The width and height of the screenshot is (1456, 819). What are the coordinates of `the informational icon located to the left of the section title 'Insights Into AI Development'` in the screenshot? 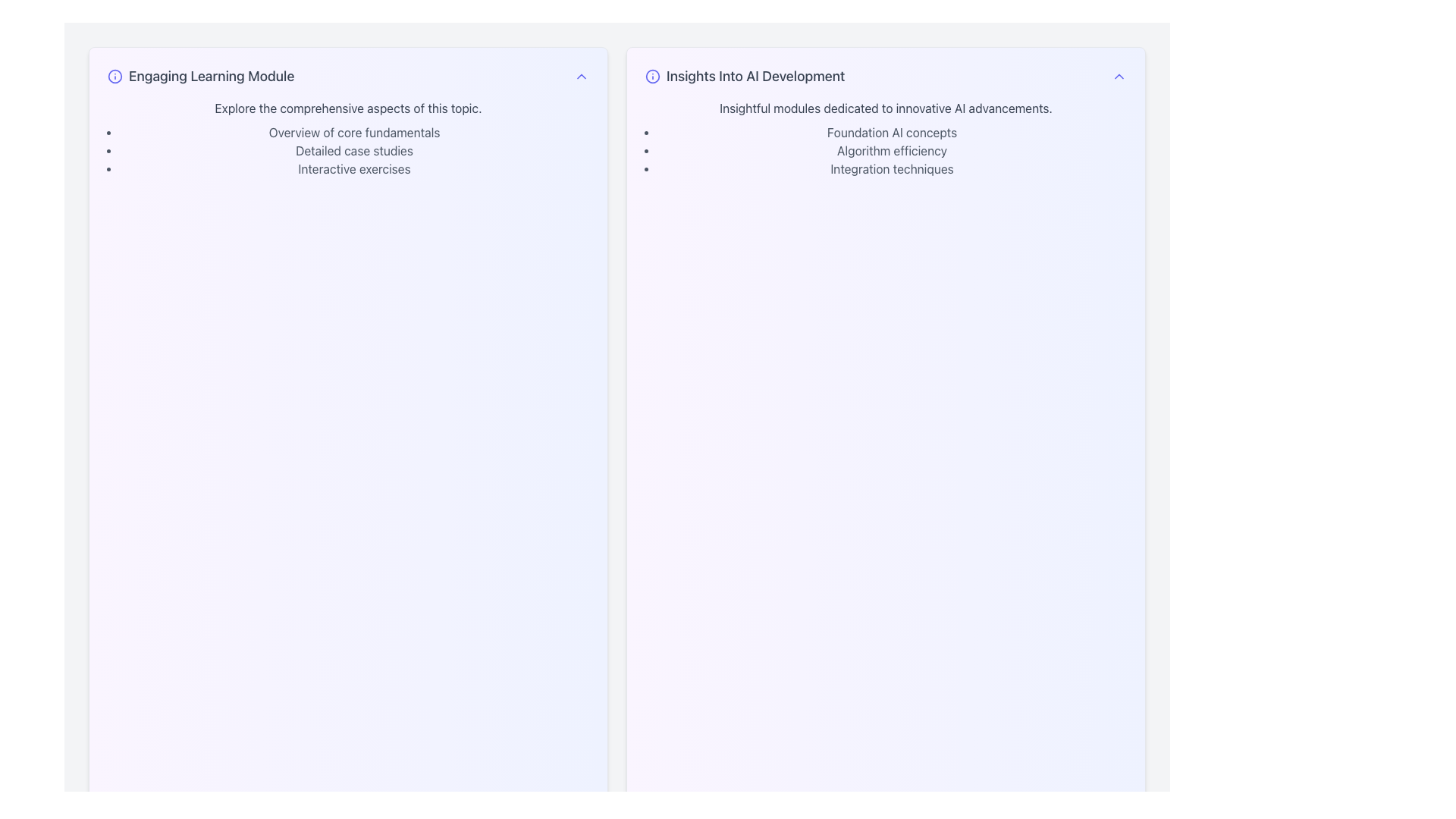 It's located at (652, 76).